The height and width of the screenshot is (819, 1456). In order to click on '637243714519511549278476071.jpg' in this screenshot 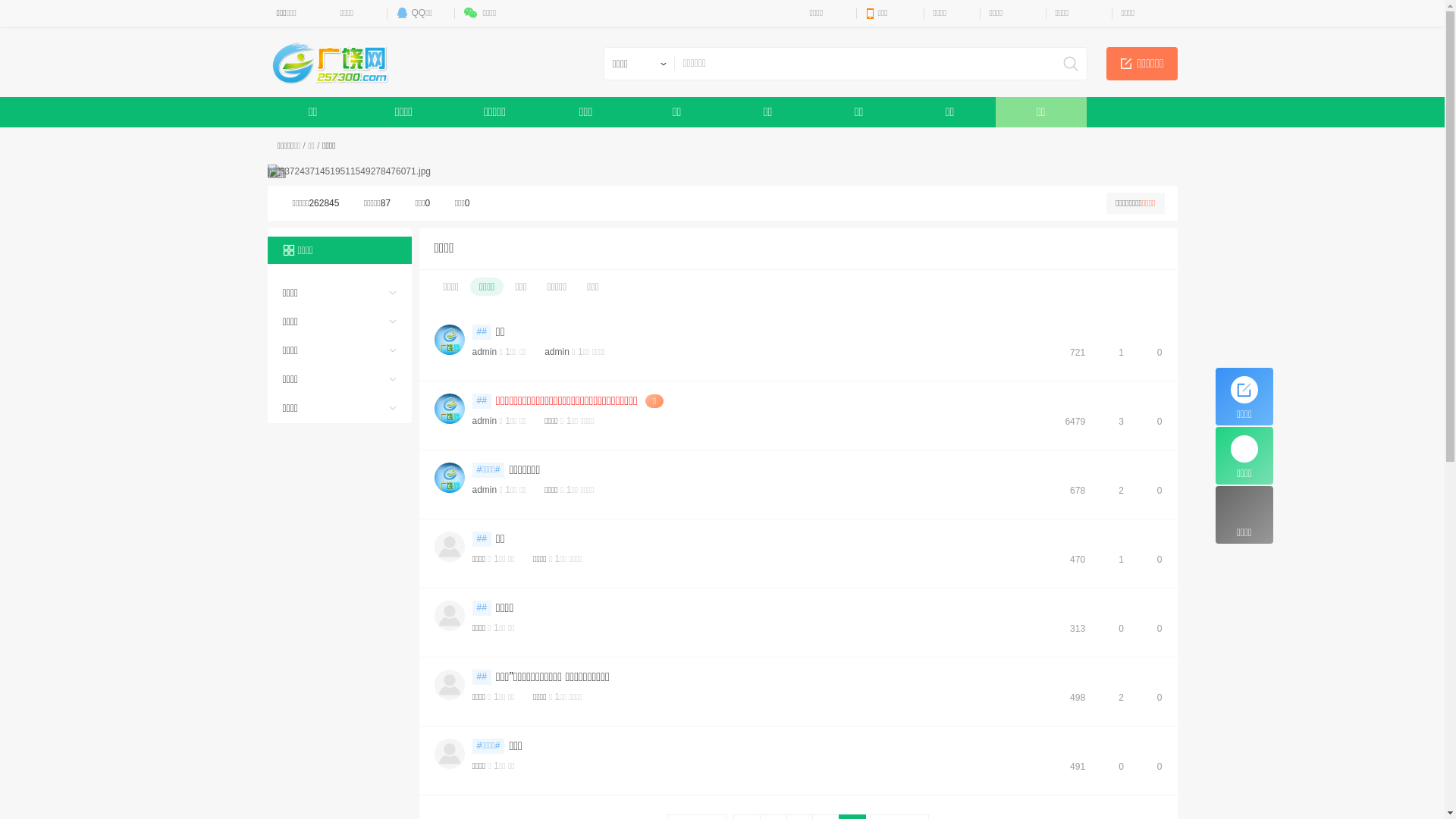, I will do `click(348, 171)`.